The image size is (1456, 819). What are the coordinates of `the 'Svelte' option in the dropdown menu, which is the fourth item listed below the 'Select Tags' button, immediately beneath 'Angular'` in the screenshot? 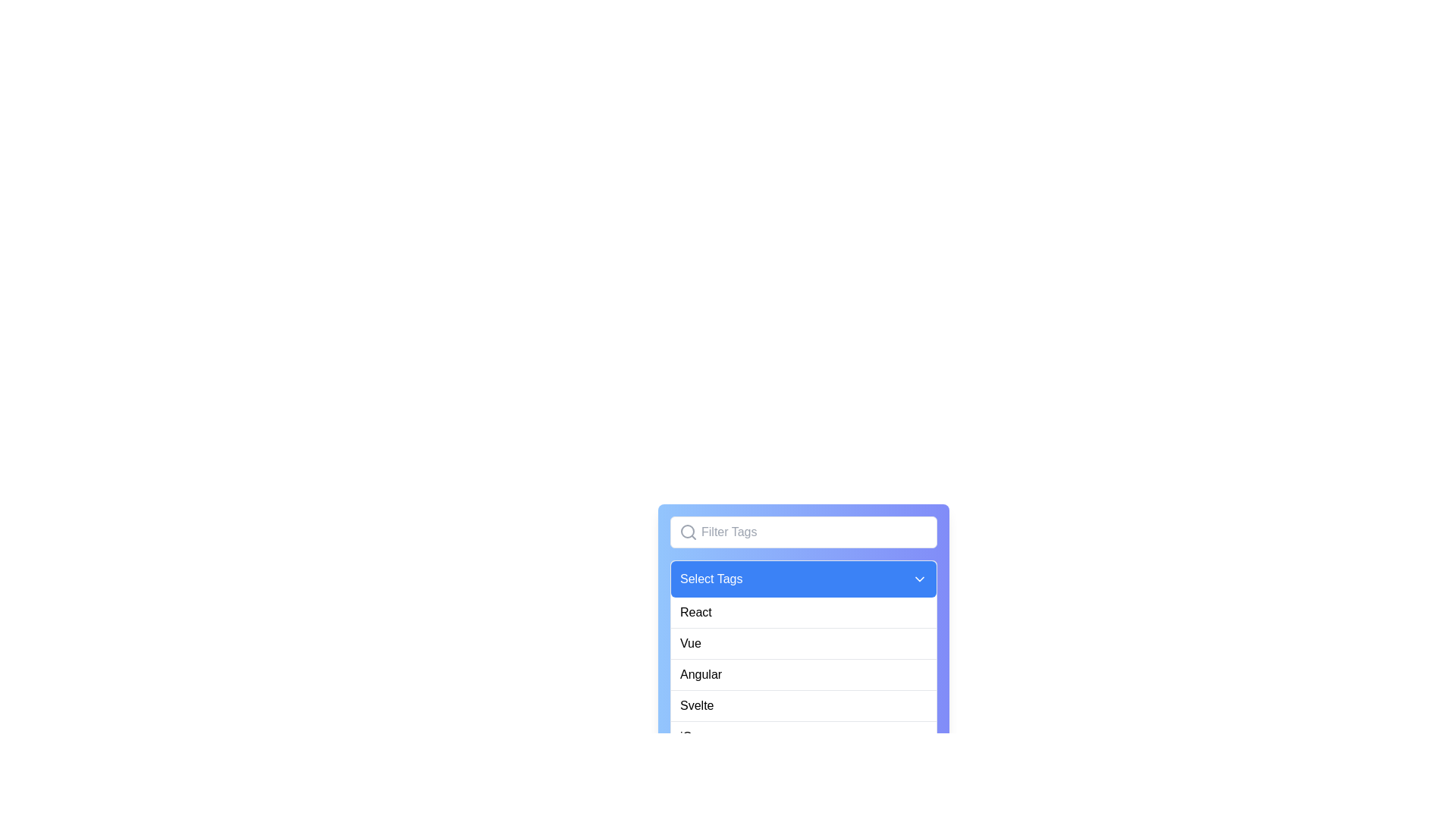 It's located at (803, 690).